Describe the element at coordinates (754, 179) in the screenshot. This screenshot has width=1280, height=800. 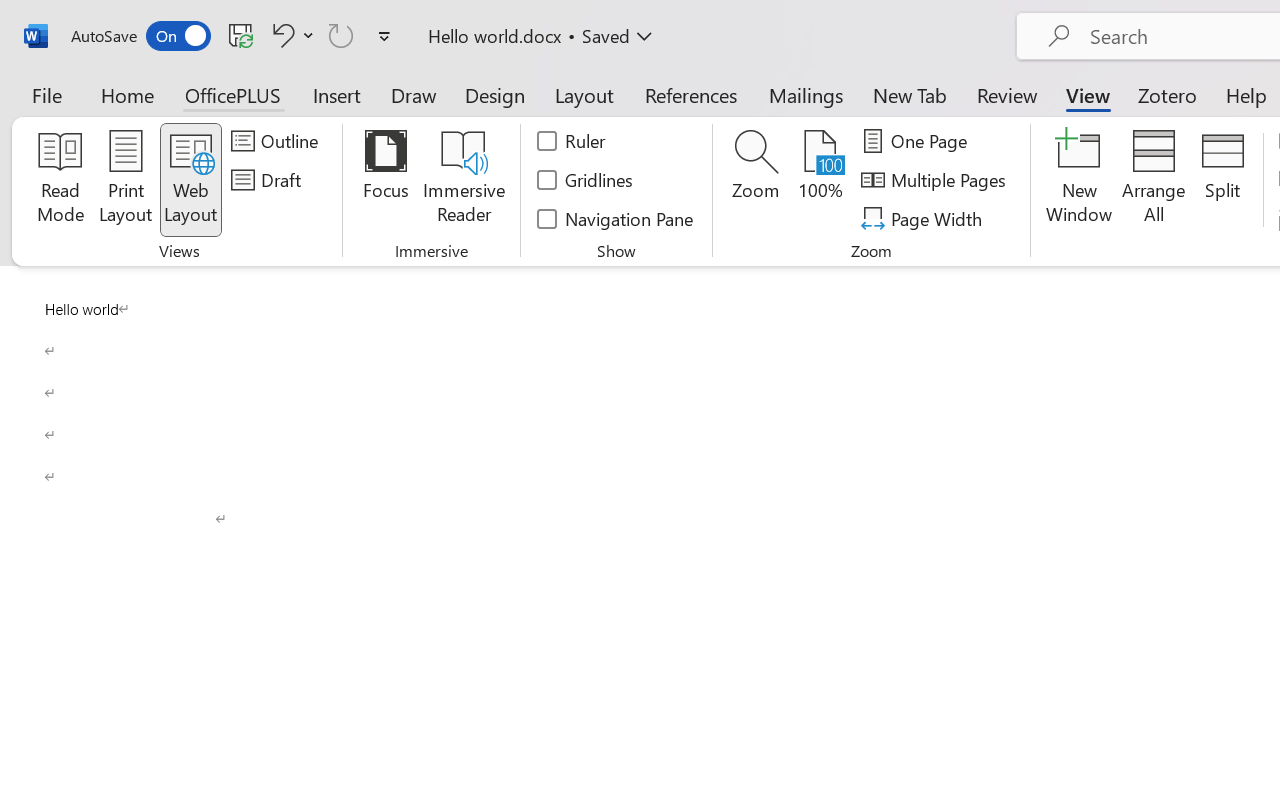
I see `'Zoom...'` at that location.